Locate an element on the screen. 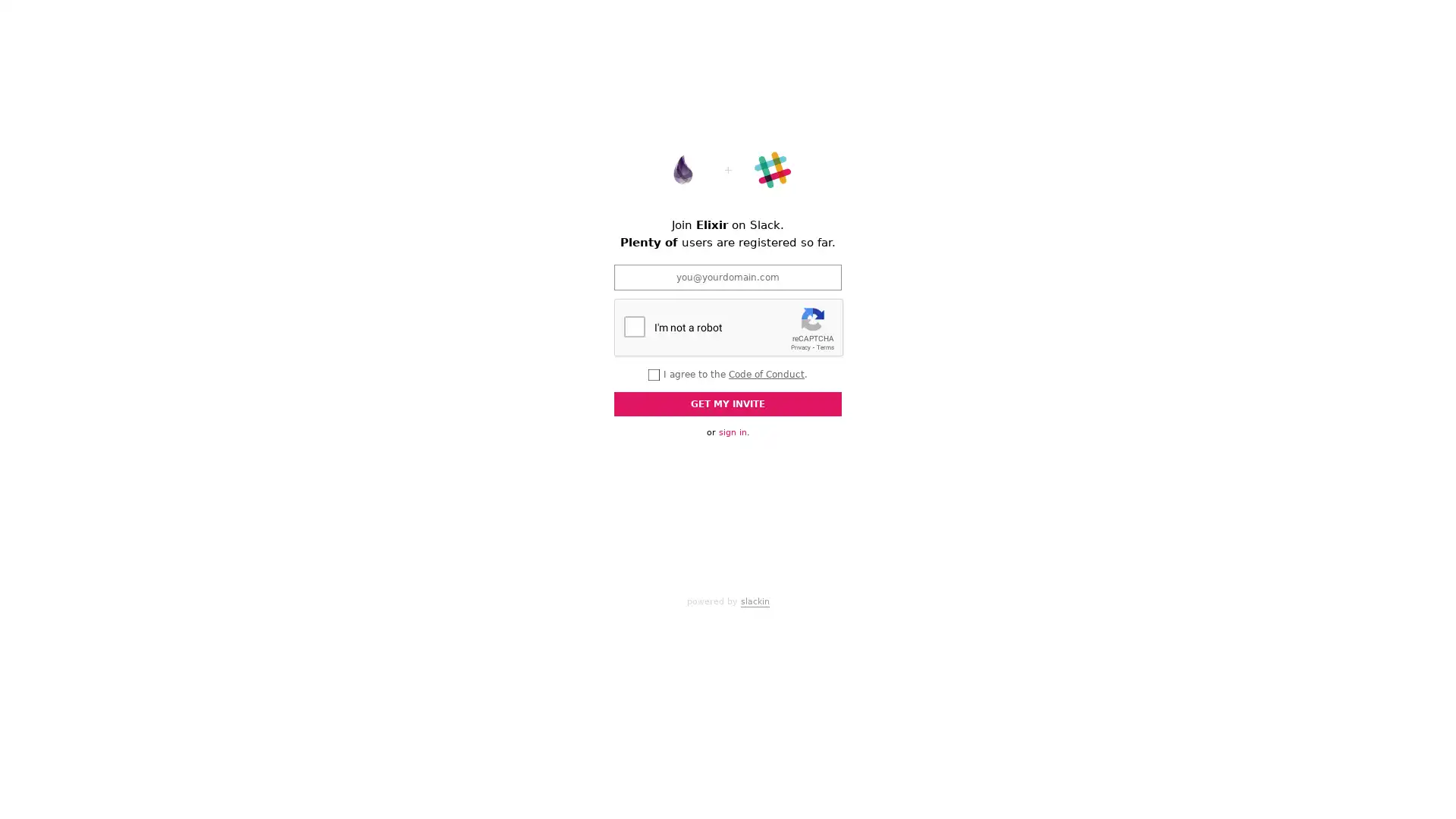  GET MY INVITE is located at coordinates (728, 403).